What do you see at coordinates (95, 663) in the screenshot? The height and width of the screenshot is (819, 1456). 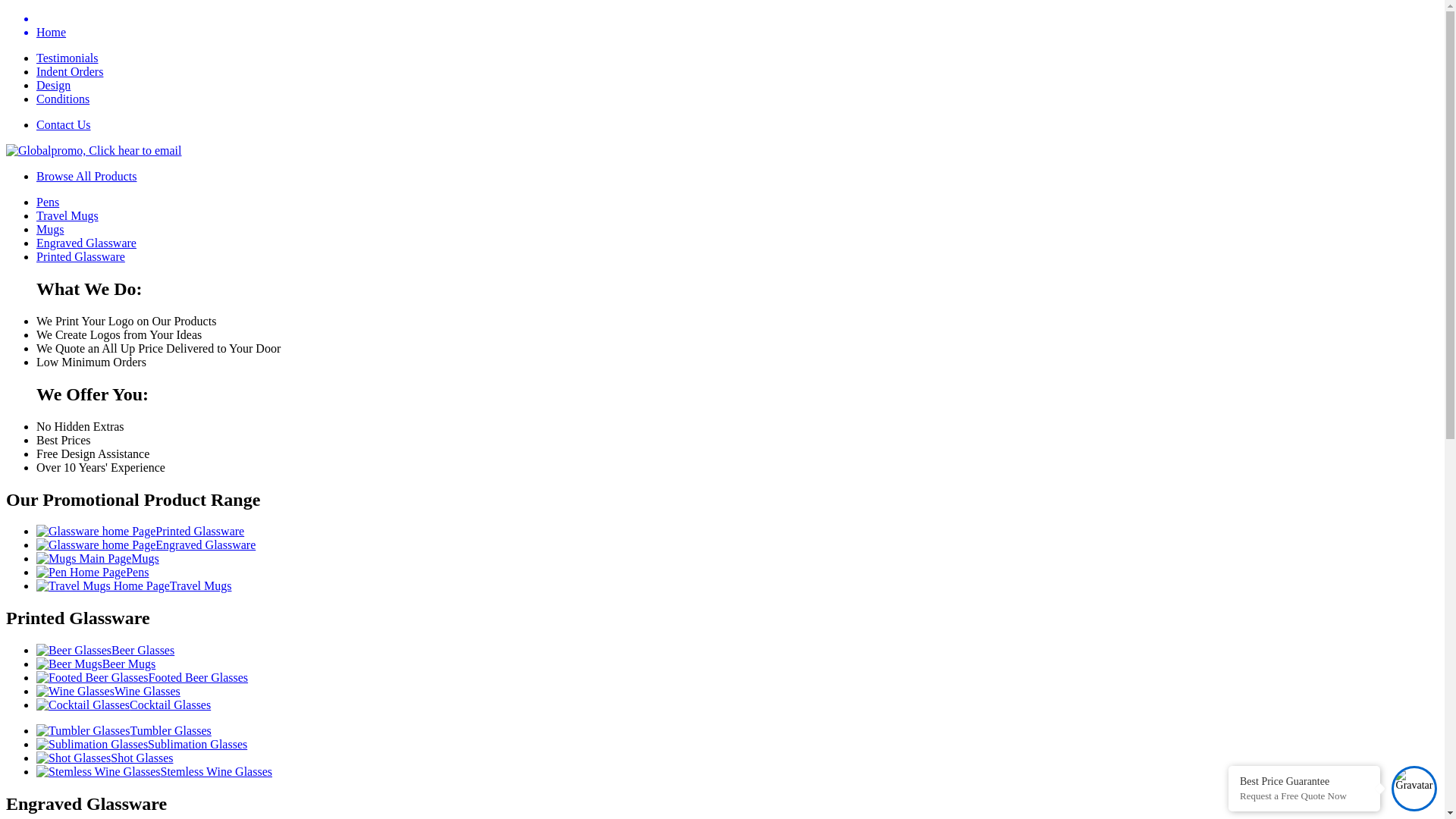 I see `'Beer Mugs'` at bounding box center [95, 663].